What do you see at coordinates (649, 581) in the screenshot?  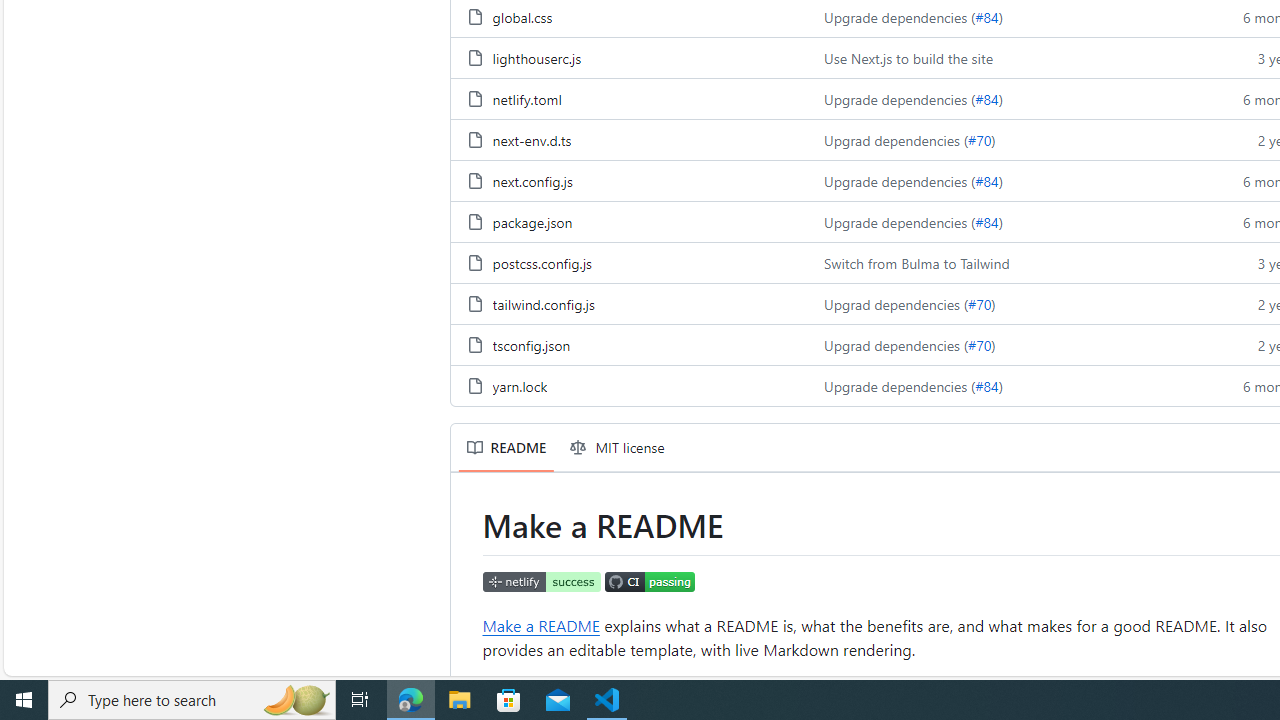 I see `'CI status'` at bounding box center [649, 581].